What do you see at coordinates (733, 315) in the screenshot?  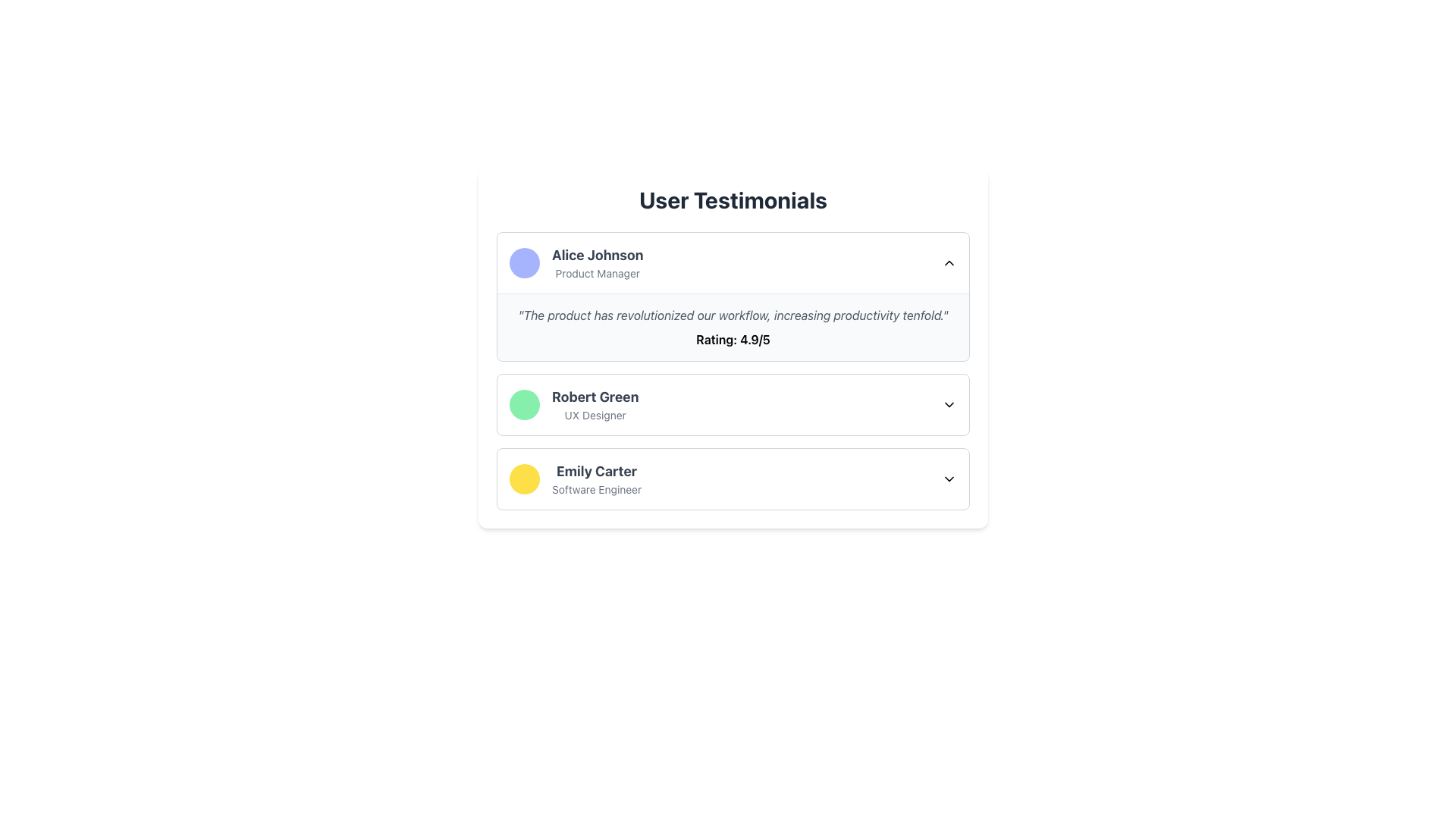 I see `the text segment styled in gray italicized font that reads 'The product has revolutionized our workflow, increasing productivity tenfold.' This text is located in the top testimonial card, below the author's name and above the rating 'Rating: 4.9/5'` at bounding box center [733, 315].